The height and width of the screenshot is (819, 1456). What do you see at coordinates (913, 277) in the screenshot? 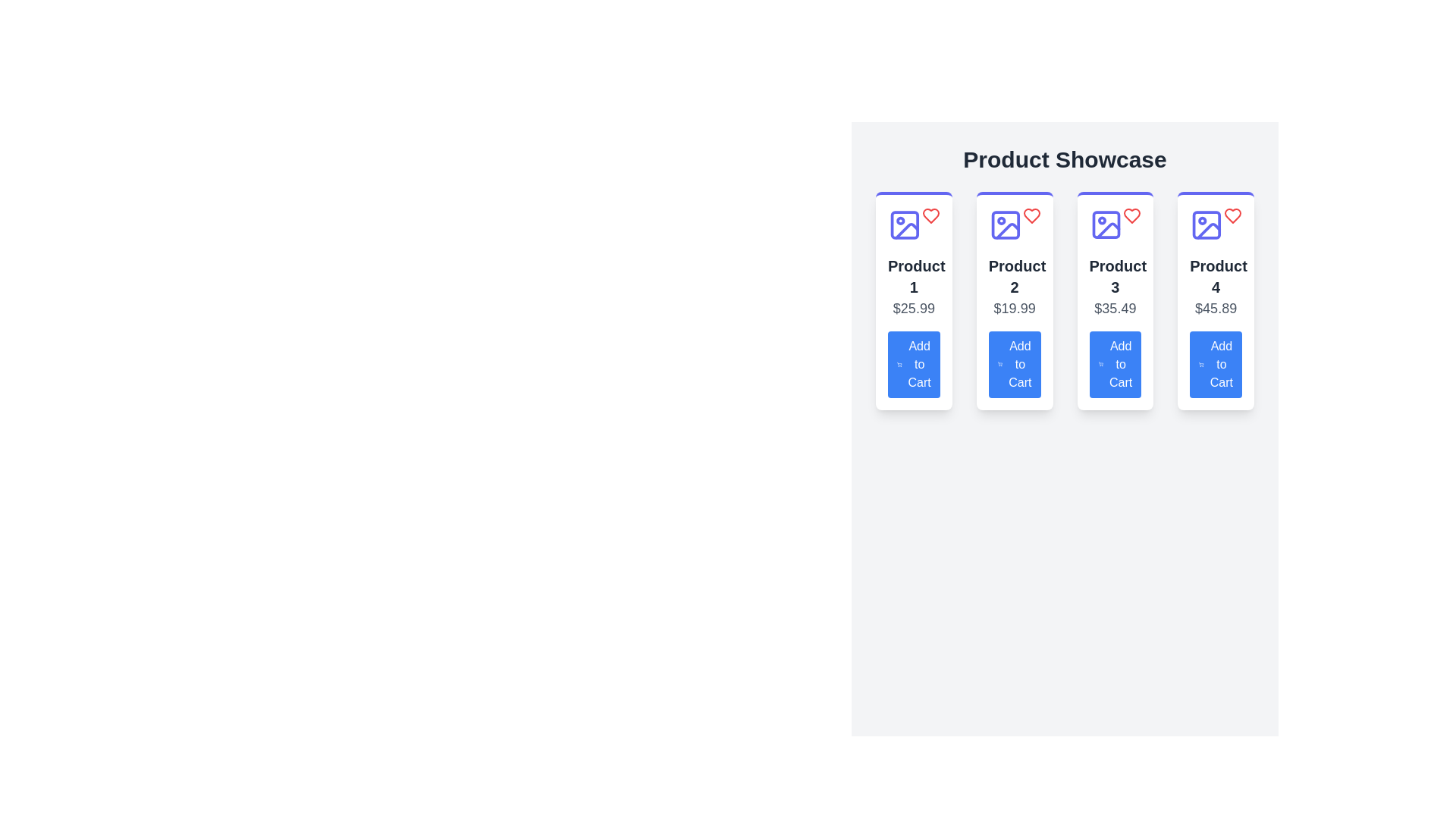
I see `the text label displaying 'Product 1' in bold, extra-large font located in the first product card from the left, positioned above the price label and below the image placeholder` at bounding box center [913, 277].